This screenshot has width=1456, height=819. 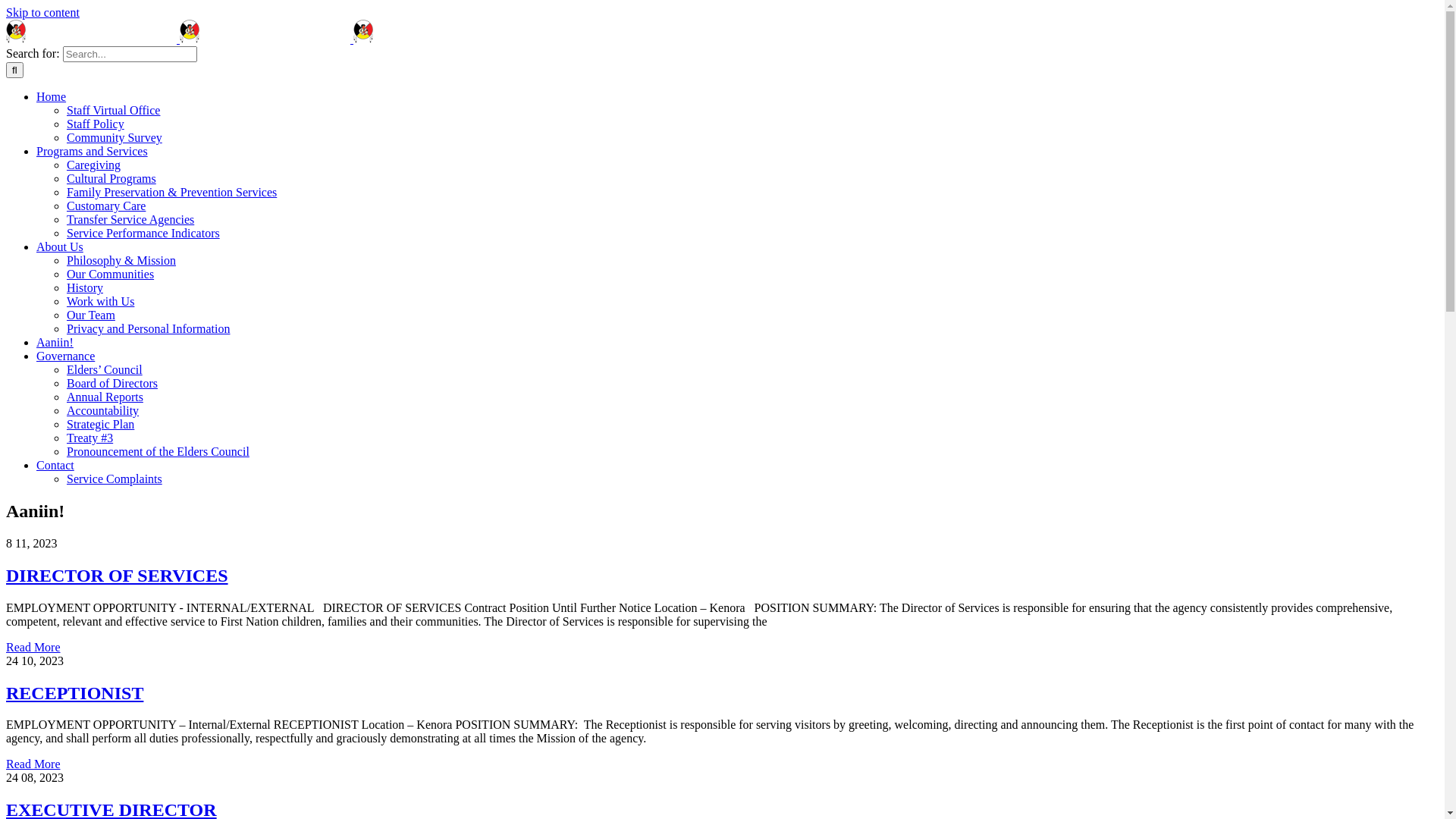 What do you see at coordinates (65, 396) in the screenshot?
I see `'Annual Reports'` at bounding box center [65, 396].